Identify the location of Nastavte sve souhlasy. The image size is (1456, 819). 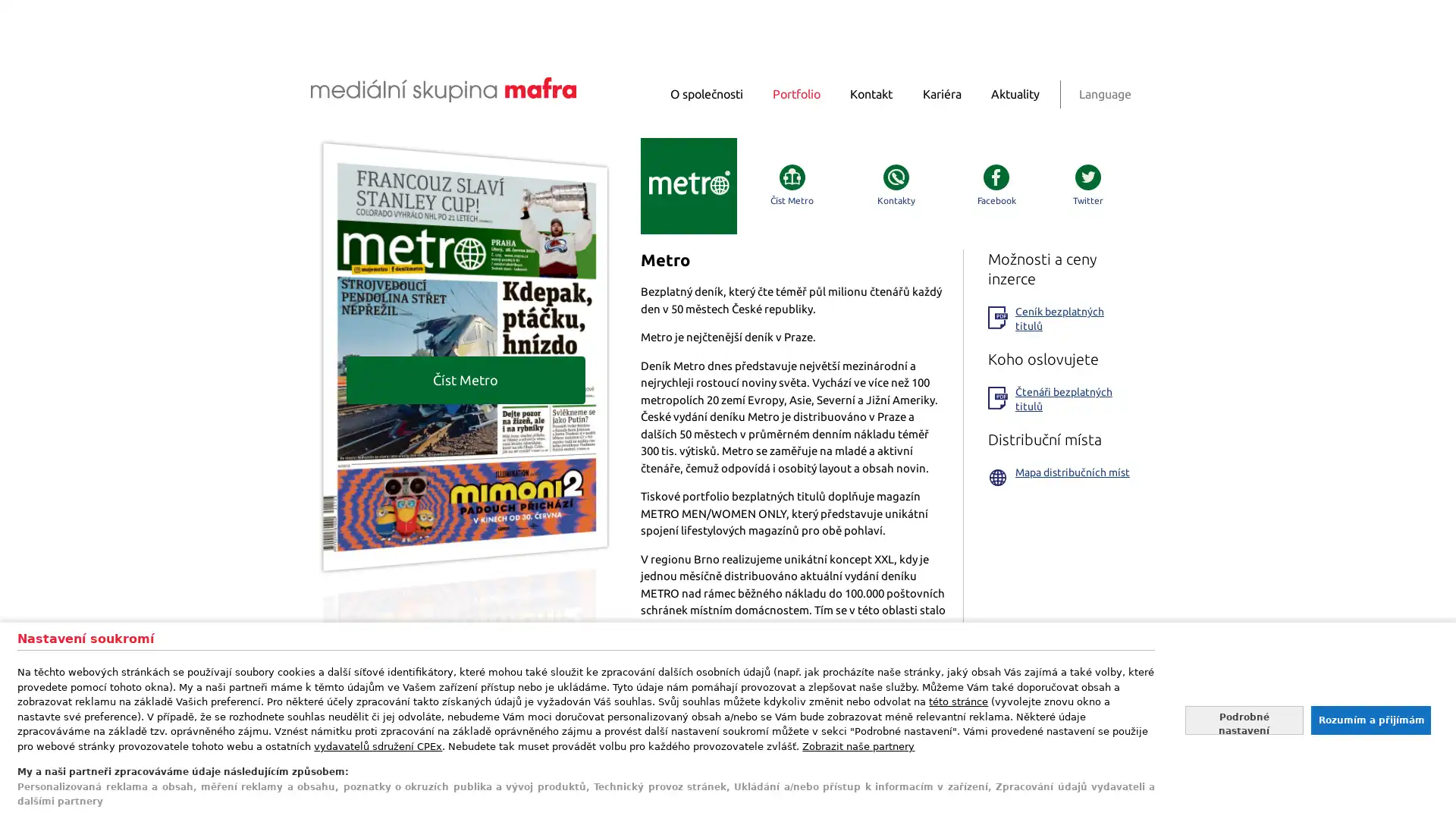
(1244, 719).